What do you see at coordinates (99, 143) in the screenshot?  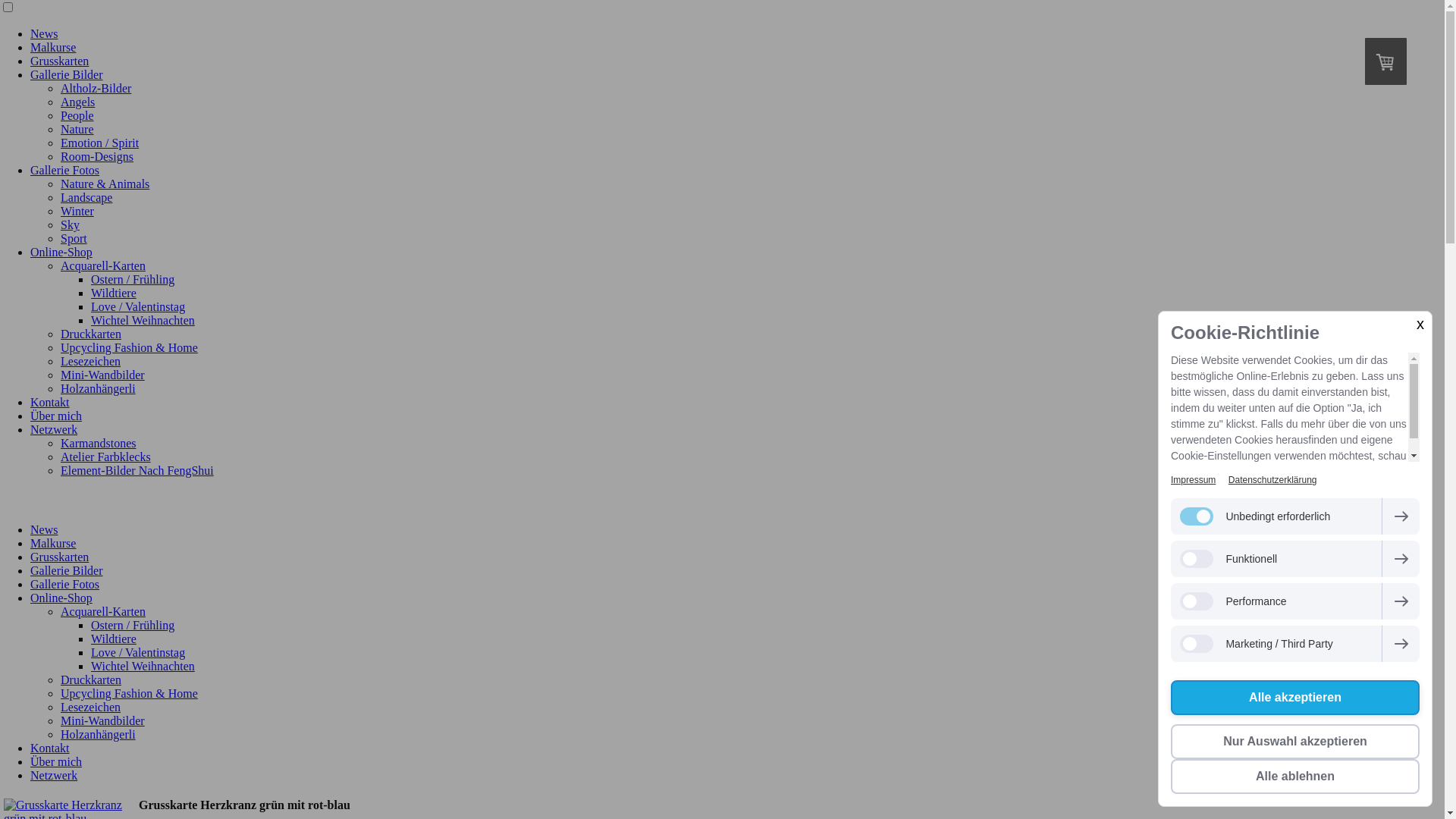 I see `'Emotion / Spirit'` at bounding box center [99, 143].